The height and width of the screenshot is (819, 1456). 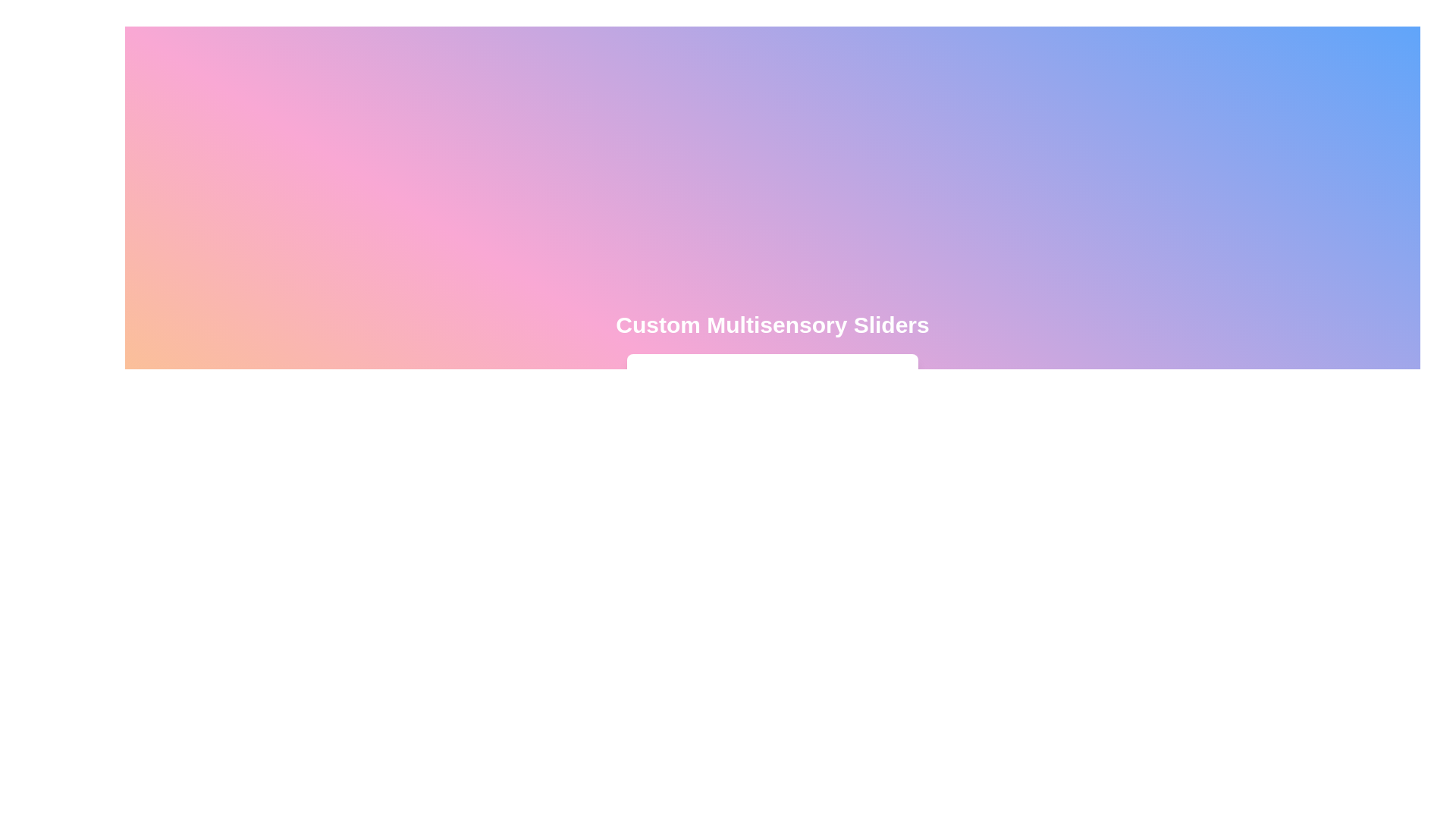 What do you see at coordinates (654, 382) in the screenshot?
I see `the thermometer icon to interact with it` at bounding box center [654, 382].